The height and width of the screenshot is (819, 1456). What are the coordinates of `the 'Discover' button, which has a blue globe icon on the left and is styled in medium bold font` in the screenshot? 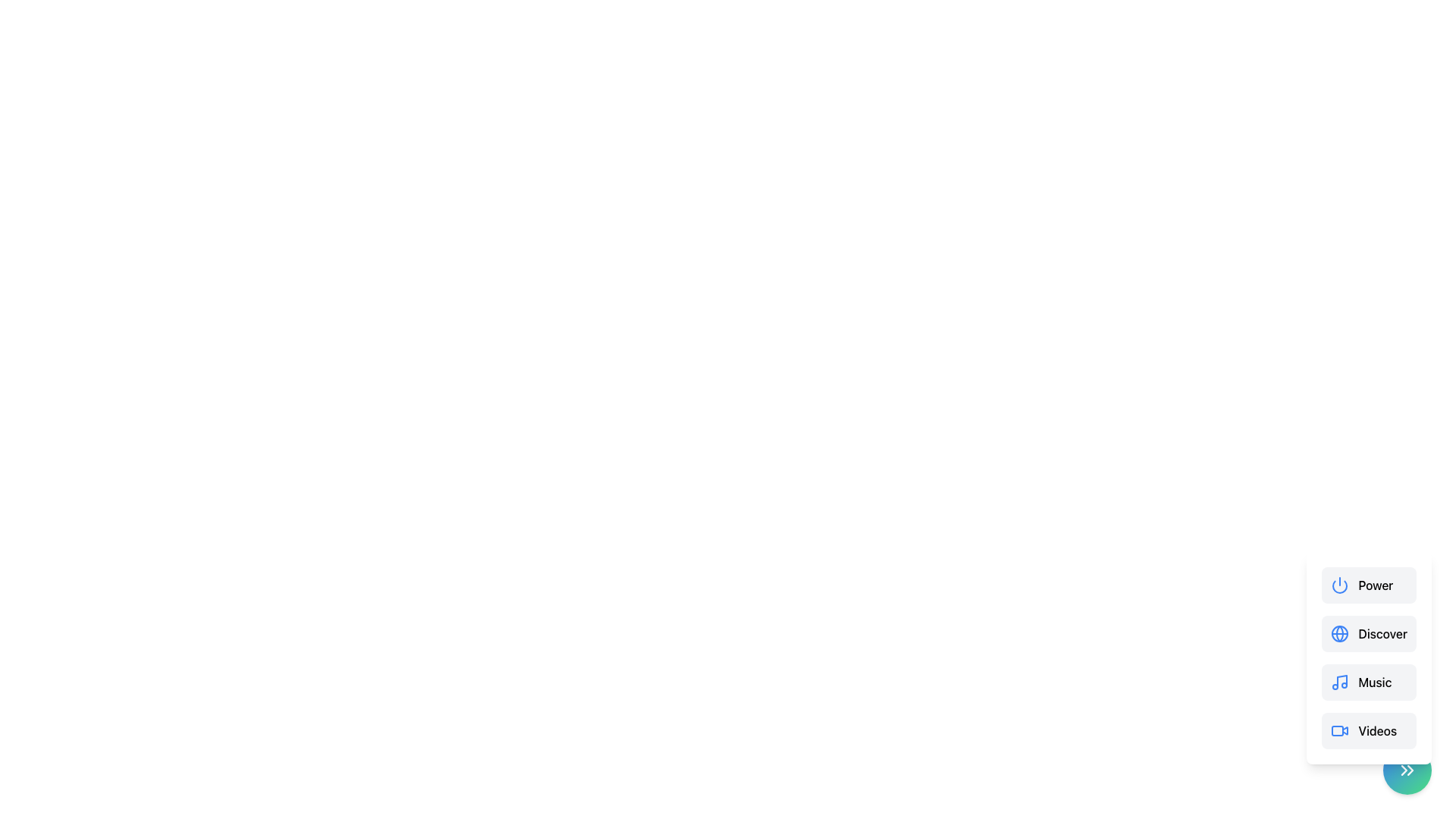 It's located at (1369, 634).